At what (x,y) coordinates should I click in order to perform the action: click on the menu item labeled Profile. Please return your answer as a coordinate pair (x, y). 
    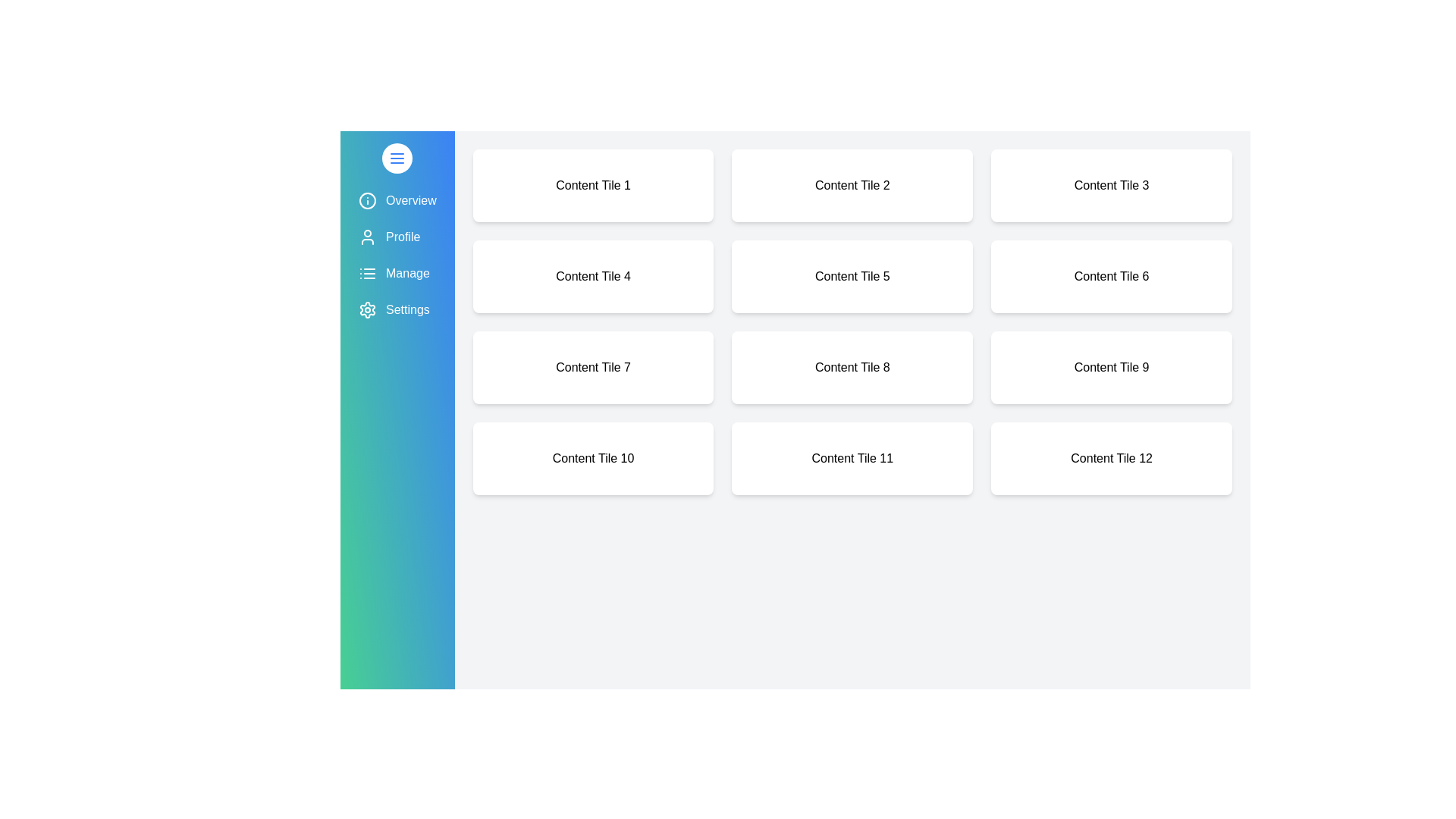
    Looking at the image, I should click on (397, 237).